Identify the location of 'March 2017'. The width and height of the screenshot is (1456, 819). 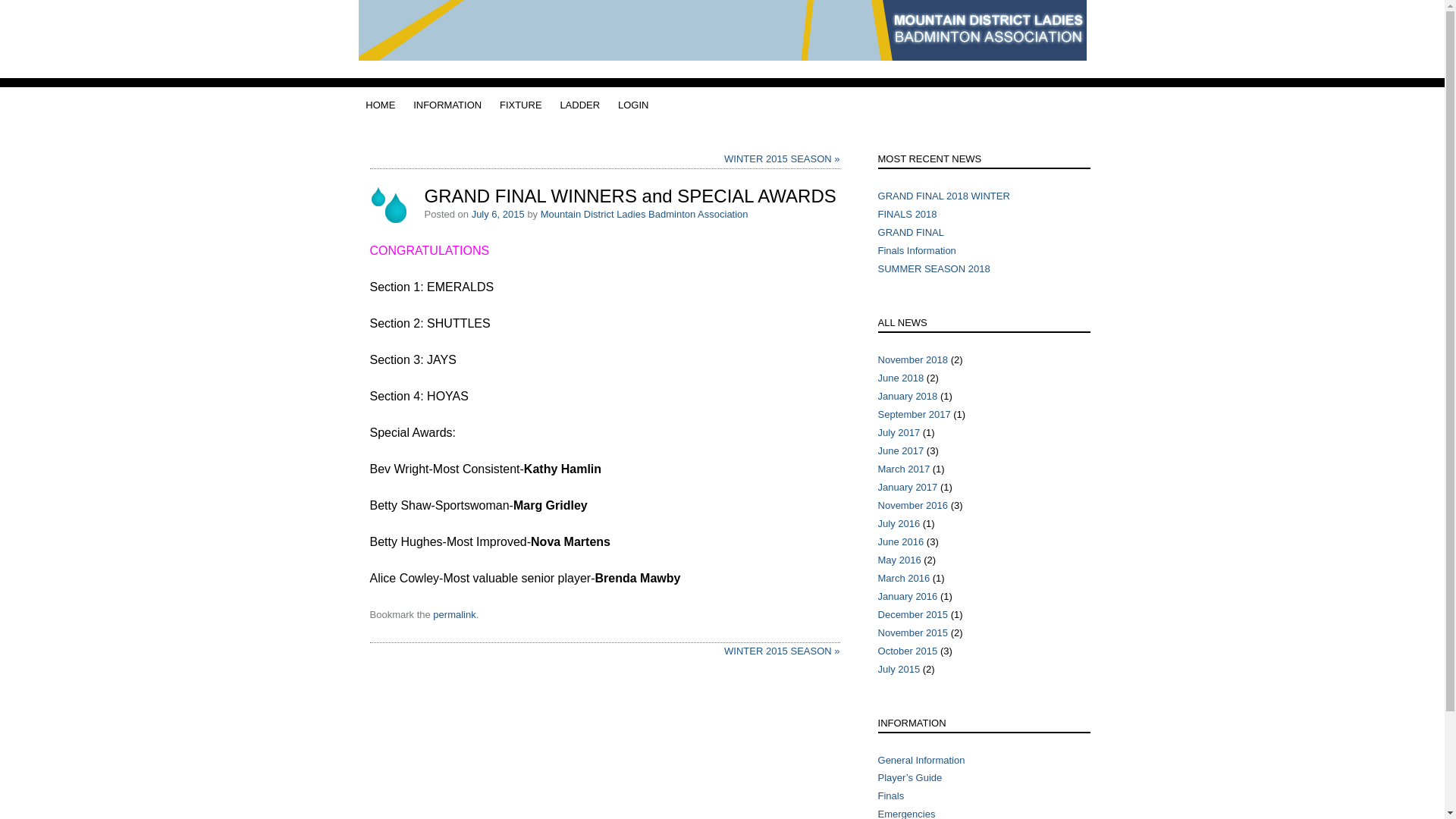
(904, 468).